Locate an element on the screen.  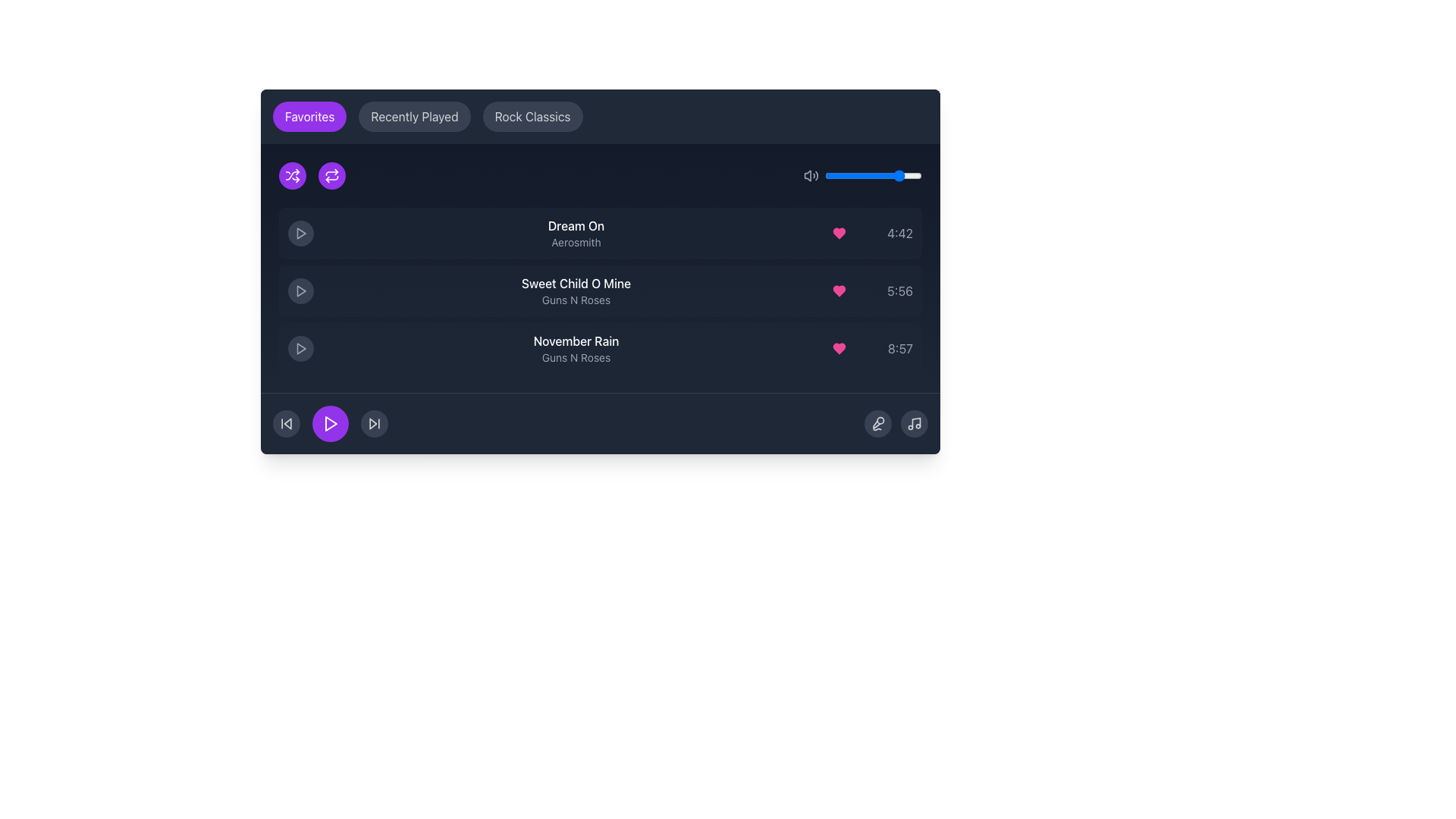
the volume is located at coordinates (903, 174).